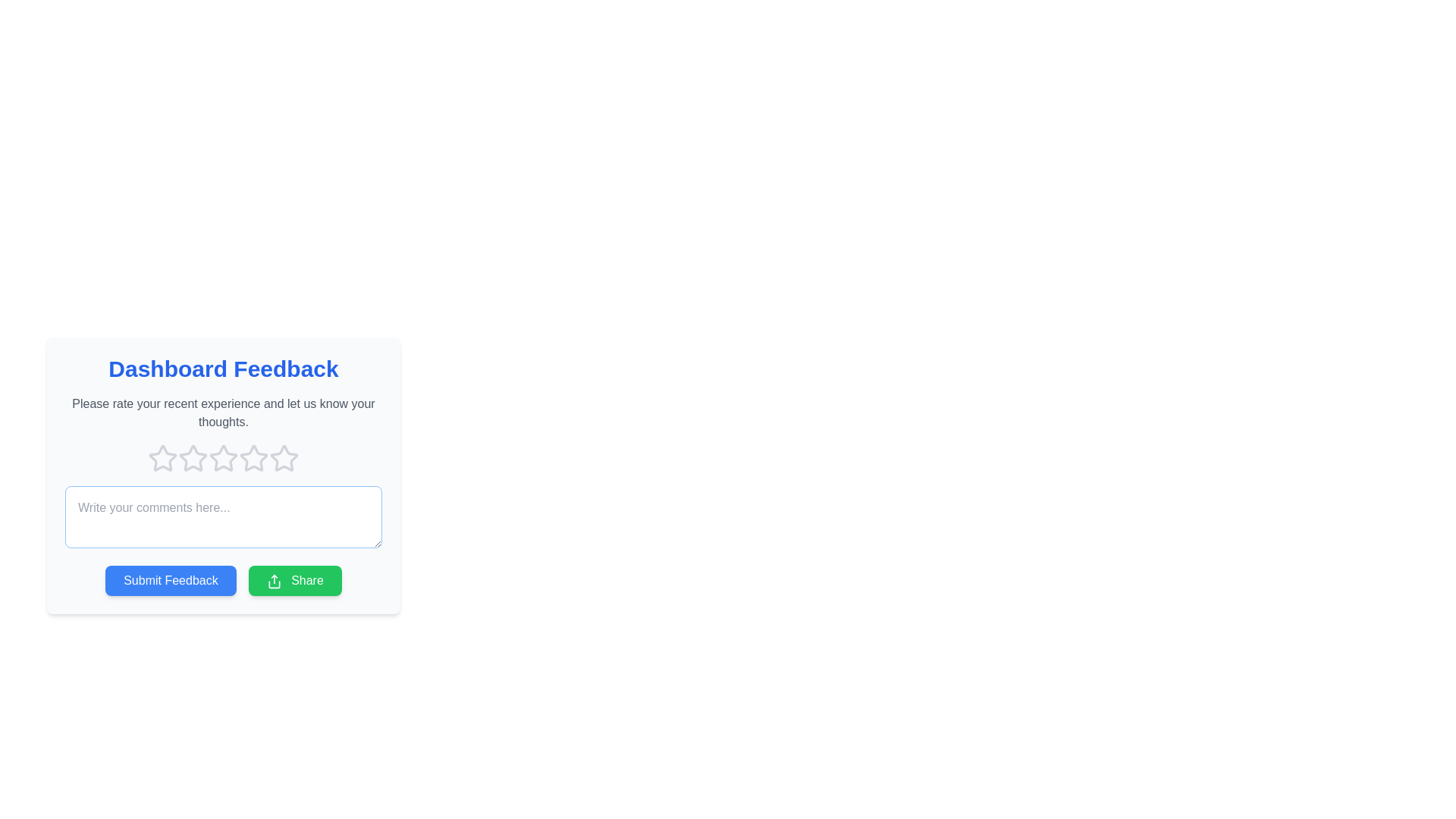  I want to click on the text input field for comments or feedback located below the star icons and above the 'Submit Feedback' and 'Share' buttons, then clear the text by selecting and deleting it, so click(222, 516).